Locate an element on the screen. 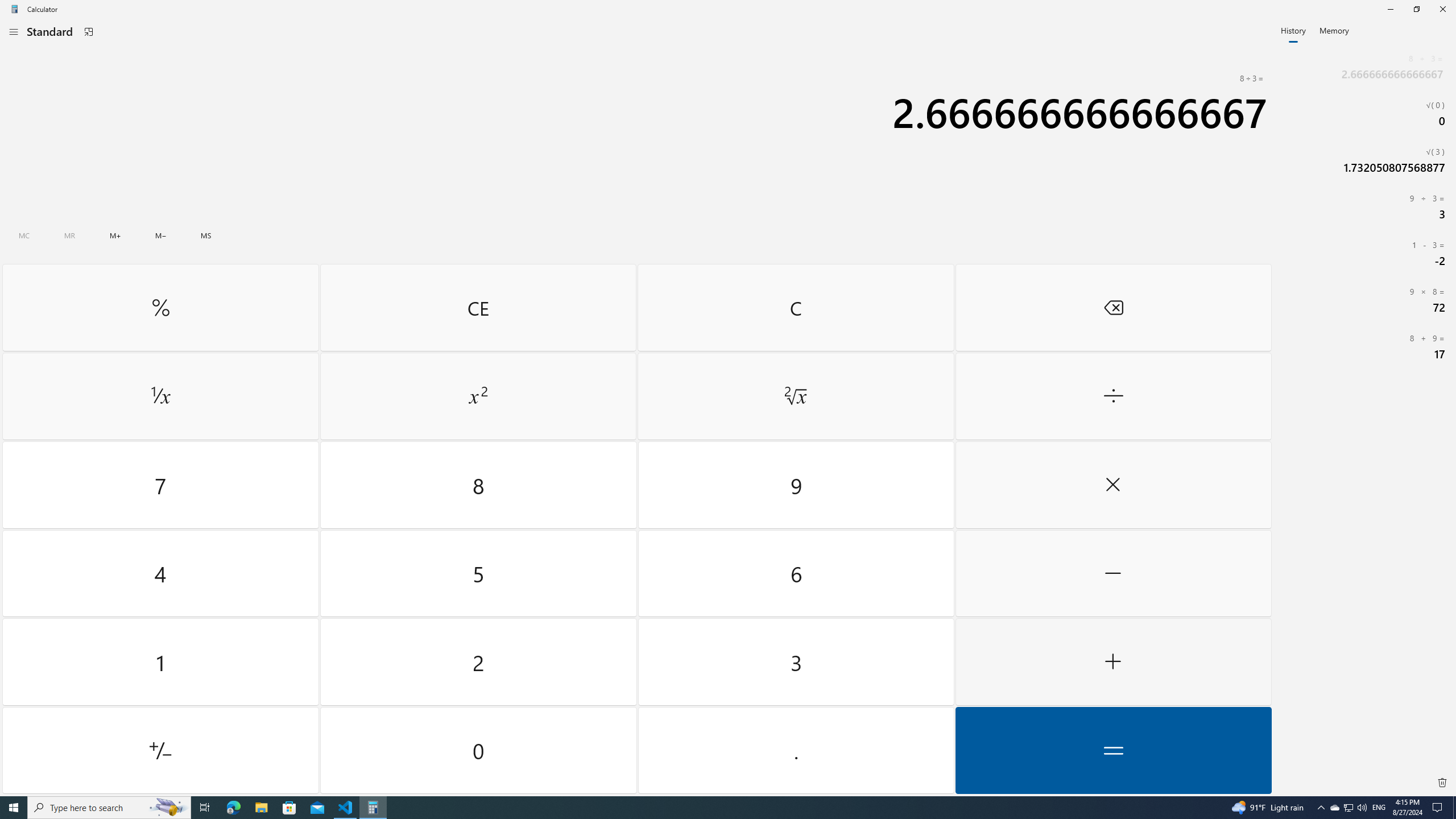 The width and height of the screenshot is (1456, 819). 'Tray Input Indicator - English (United States)' is located at coordinates (1379, 806).